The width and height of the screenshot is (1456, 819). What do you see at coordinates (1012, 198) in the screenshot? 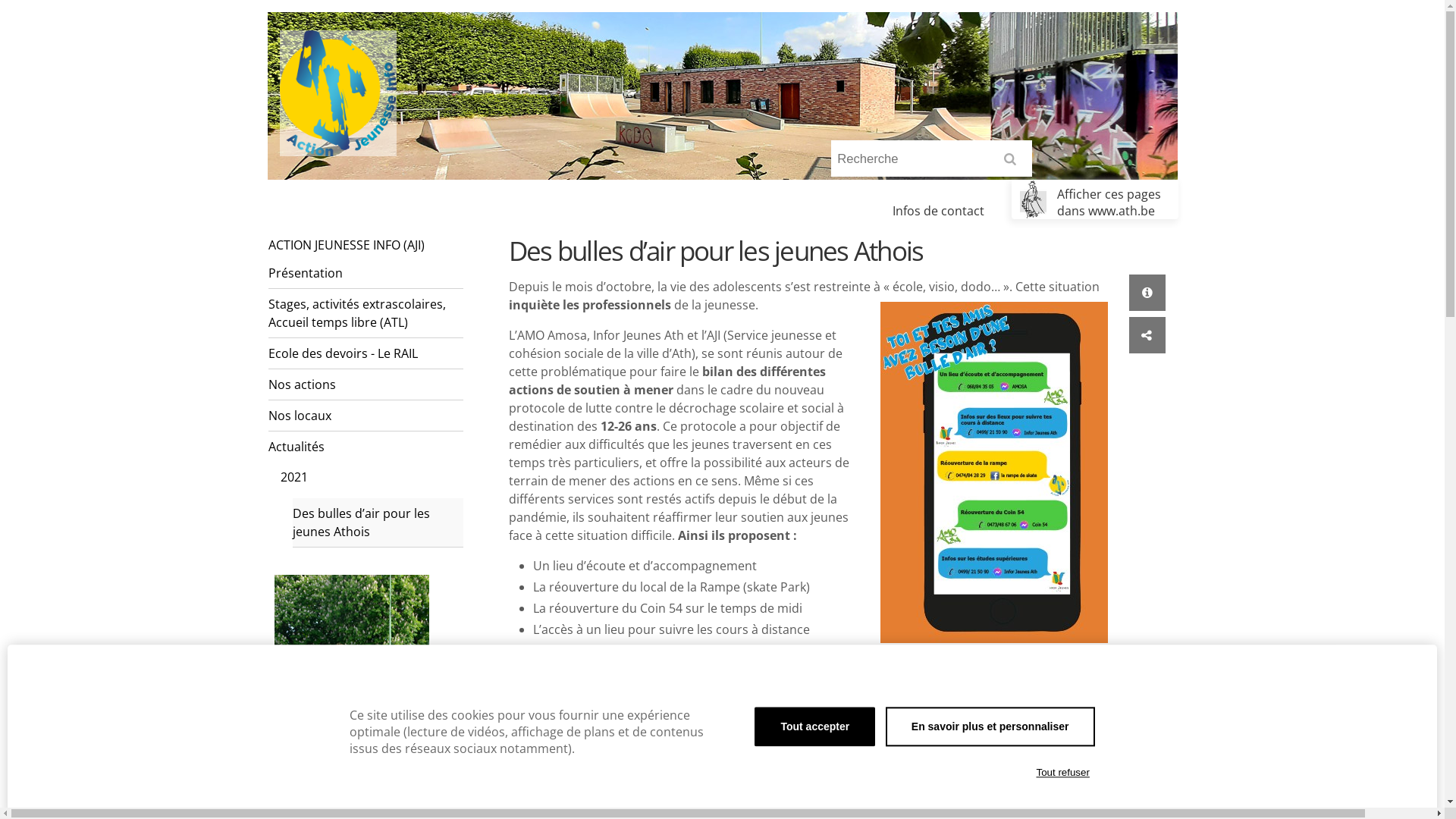
I see `'Afficher ces pages dans www.ath.be'` at bounding box center [1012, 198].